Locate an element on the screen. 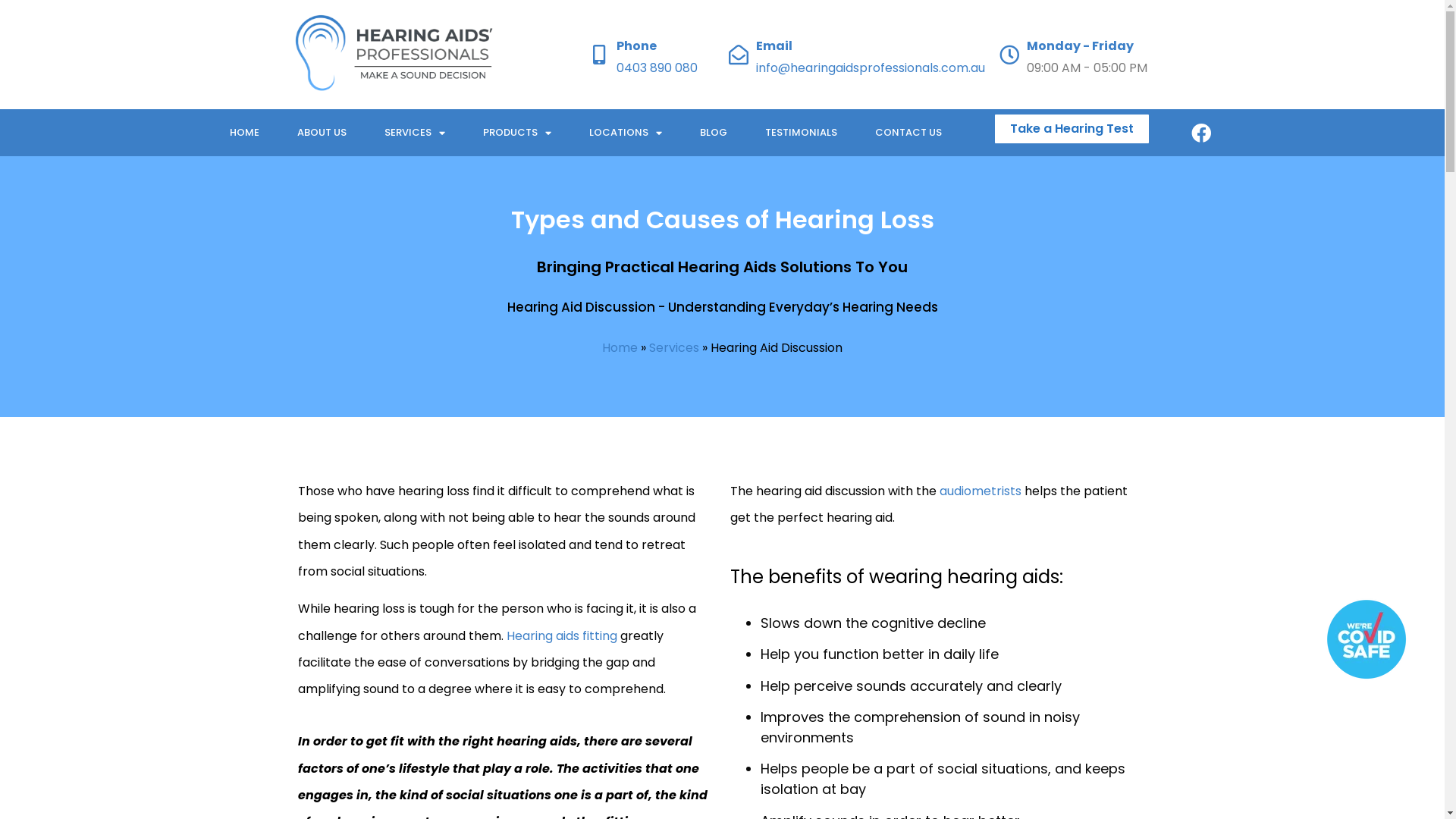 The width and height of the screenshot is (1456, 819). 'Services' is located at coordinates (673, 347).